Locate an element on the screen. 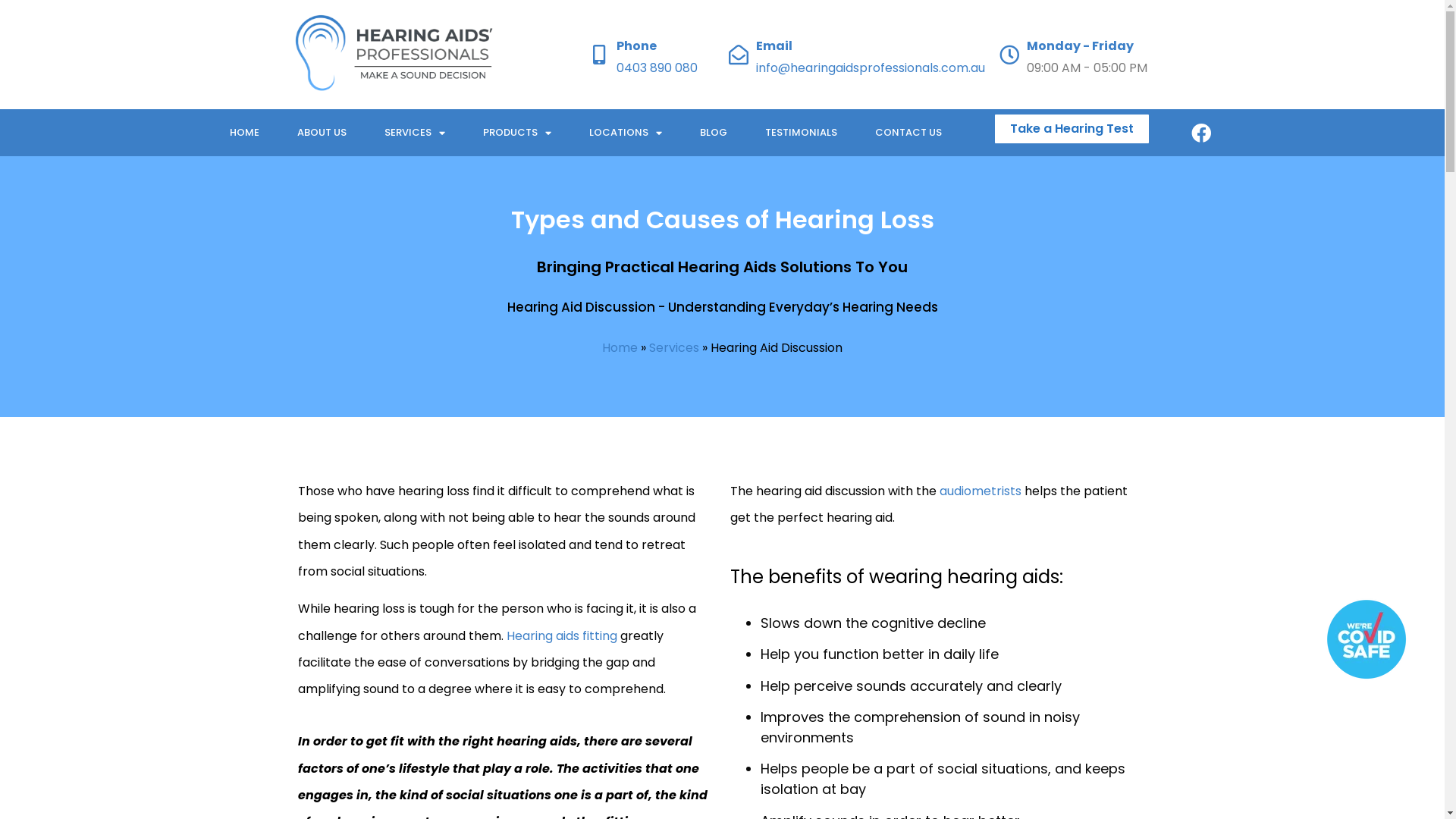 The width and height of the screenshot is (1456, 819). 'Services' is located at coordinates (673, 347).